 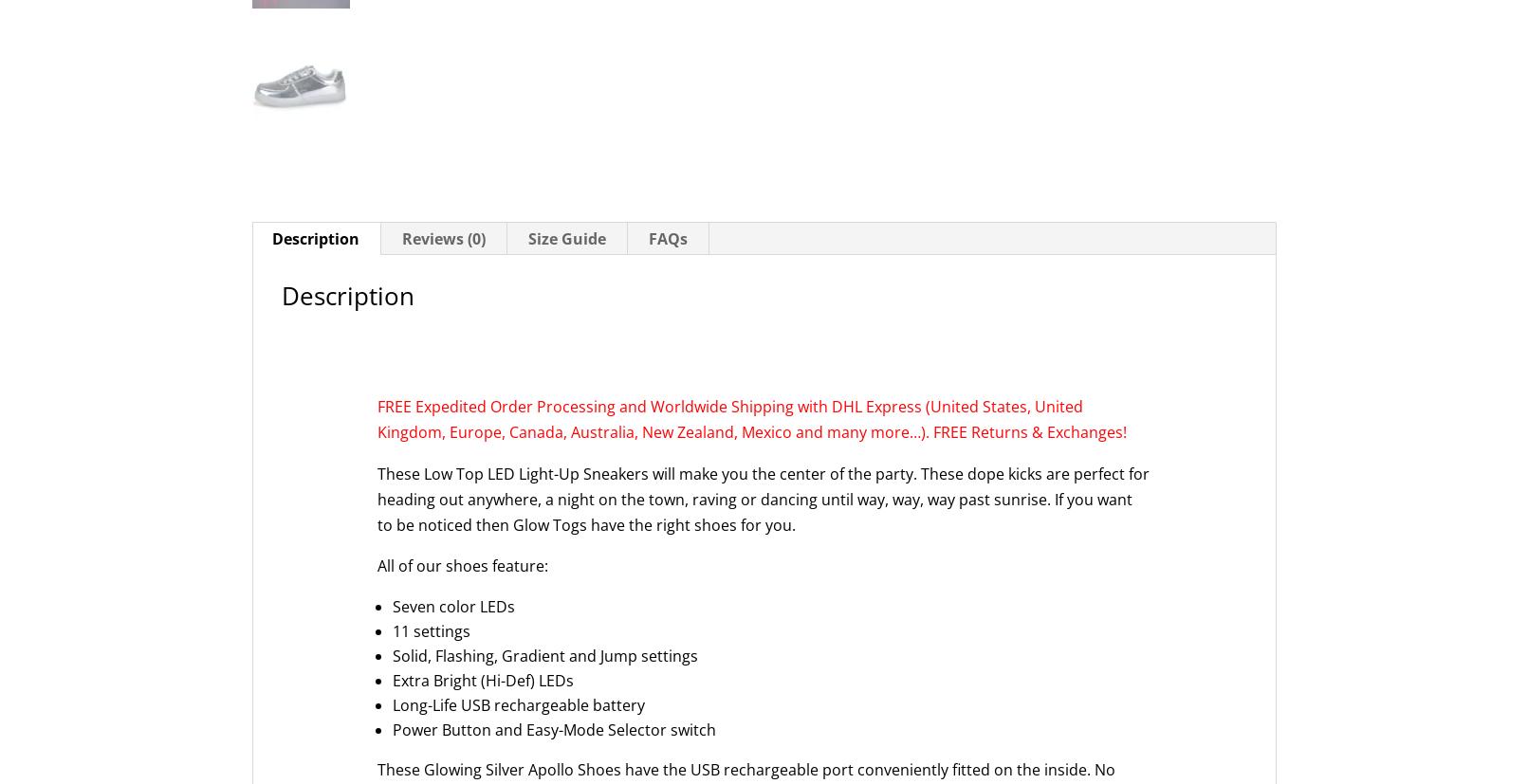 I want to click on 'Extra Bright (Hi-Def) LEDs', so click(x=483, y=681).